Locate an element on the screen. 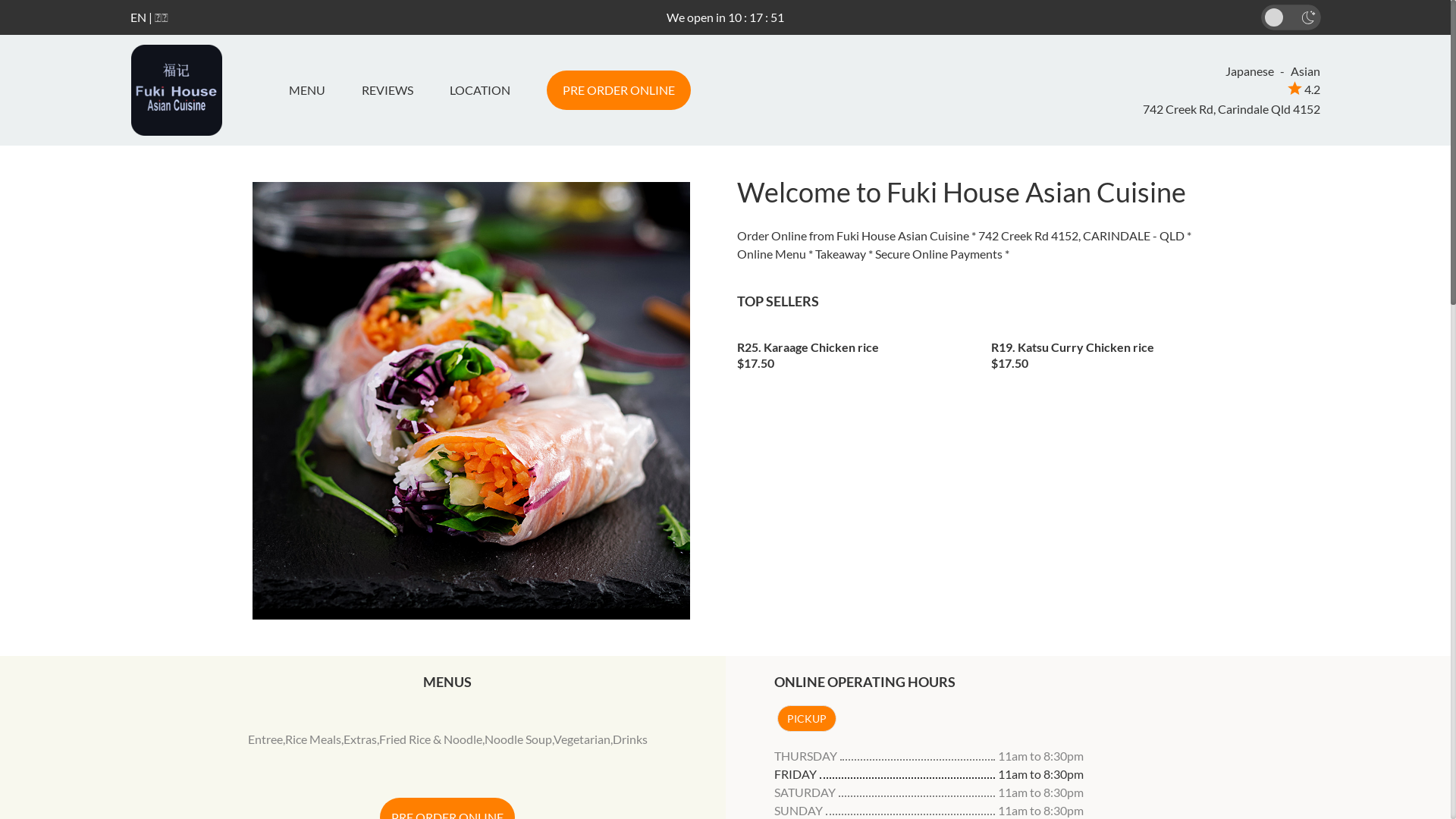  'REVIEWS' is located at coordinates (386, 90).